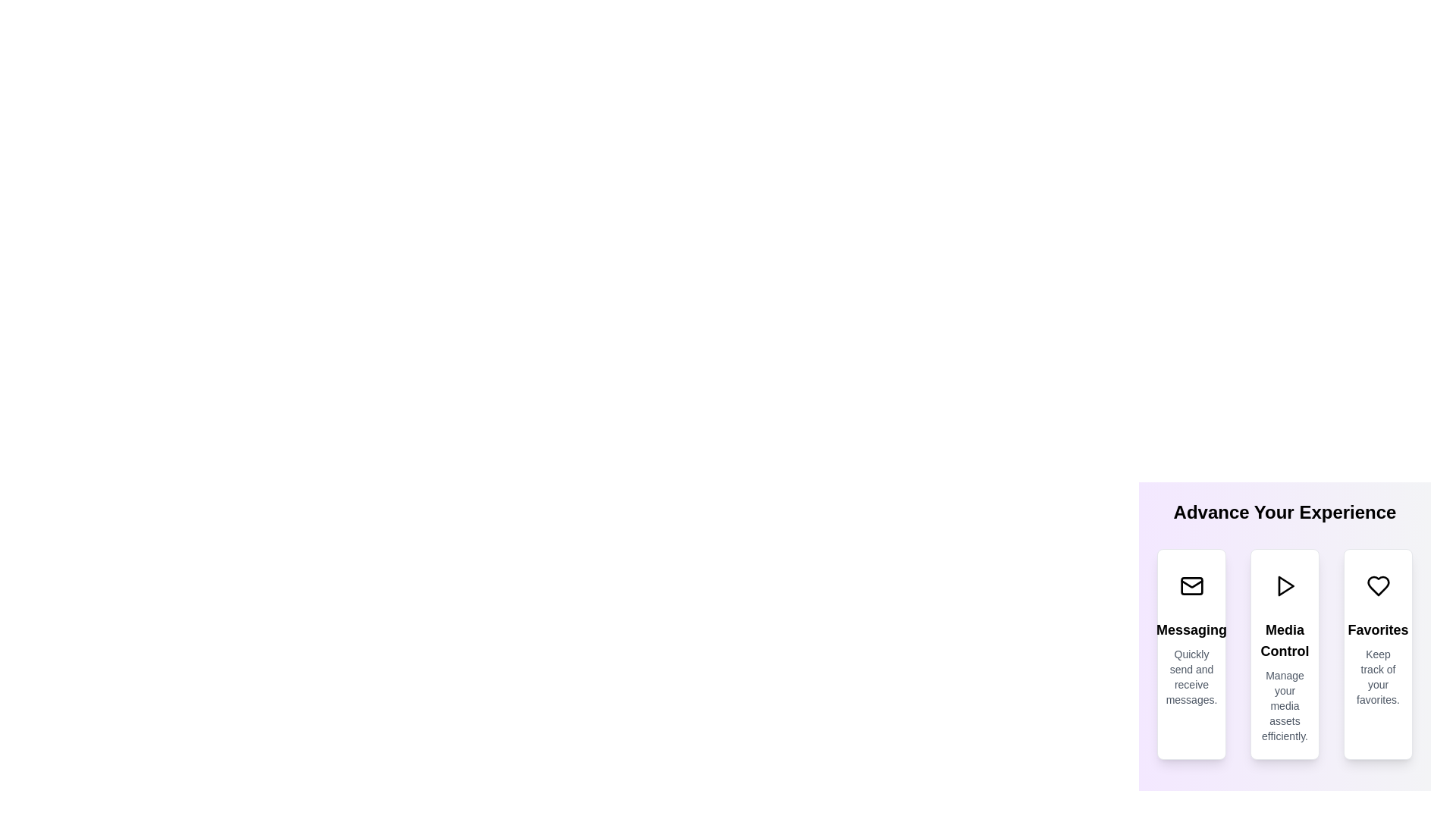  What do you see at coordinates (1191, 585) in the screenshot?
I see `the mail icon, which is a simple line art depiction of an envelope located above the 'Messaging' label within a card layout` at bounding box center [1191, 585].